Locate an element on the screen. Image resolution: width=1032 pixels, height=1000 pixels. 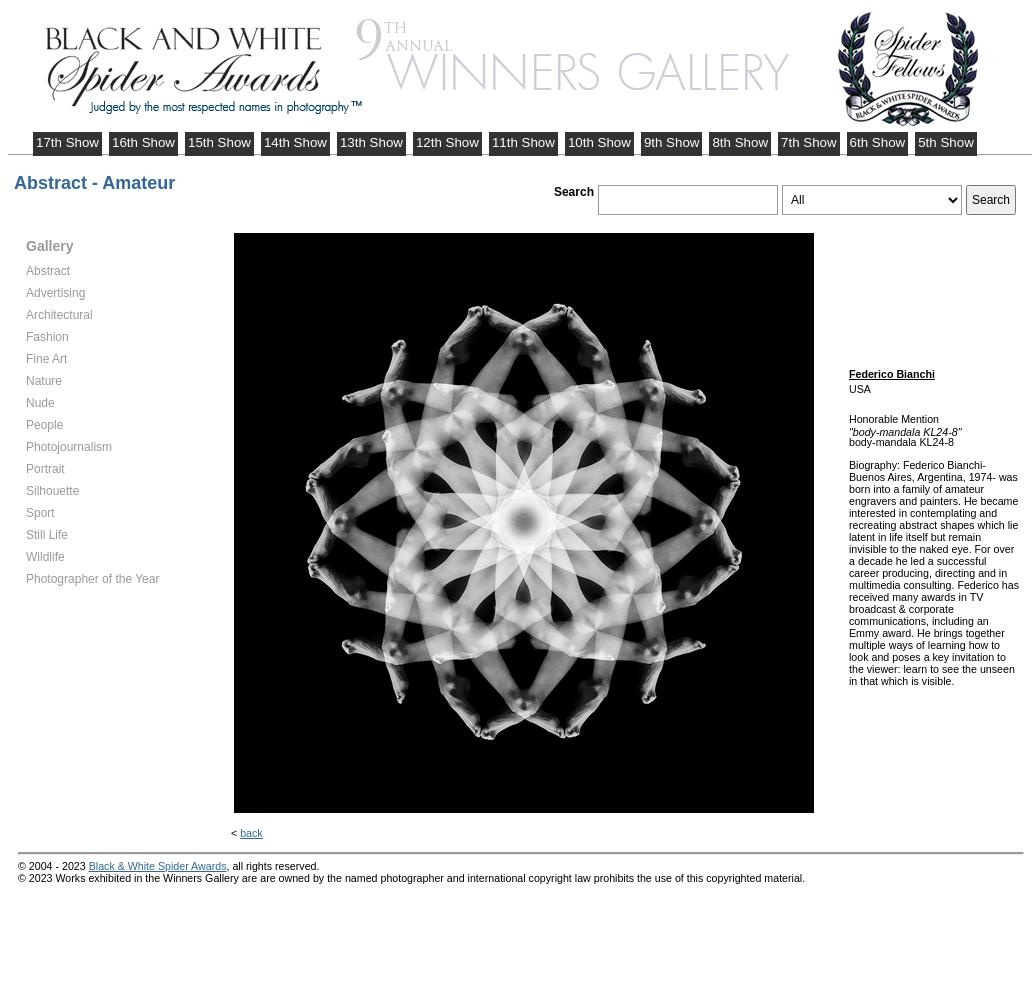
'<' is located at coordinates (234, 831).